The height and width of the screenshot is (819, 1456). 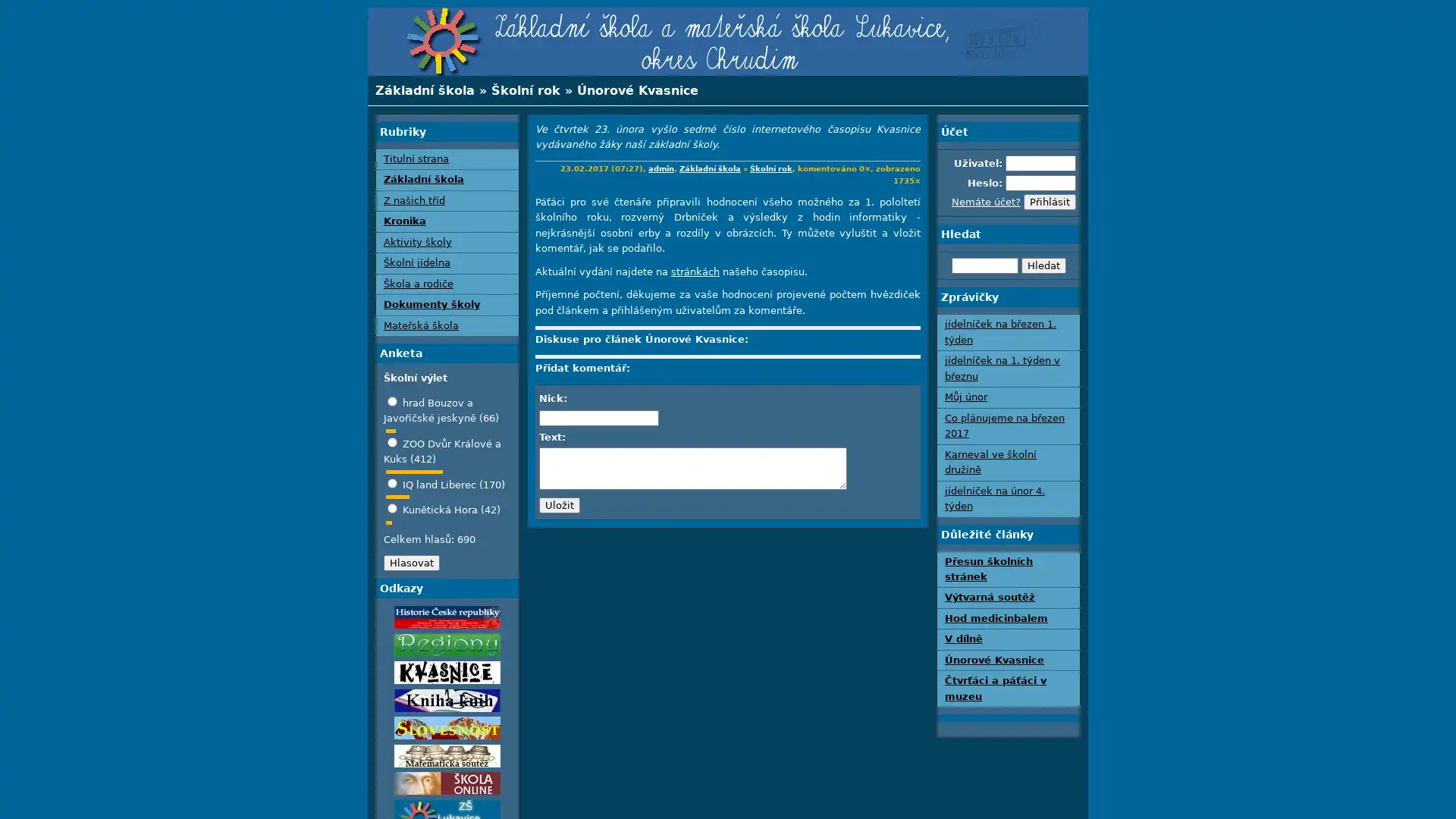 What do you see at coordinates (559, 505) in the screenshot?
I see `Ulozit` at bounding box center [559, 505].